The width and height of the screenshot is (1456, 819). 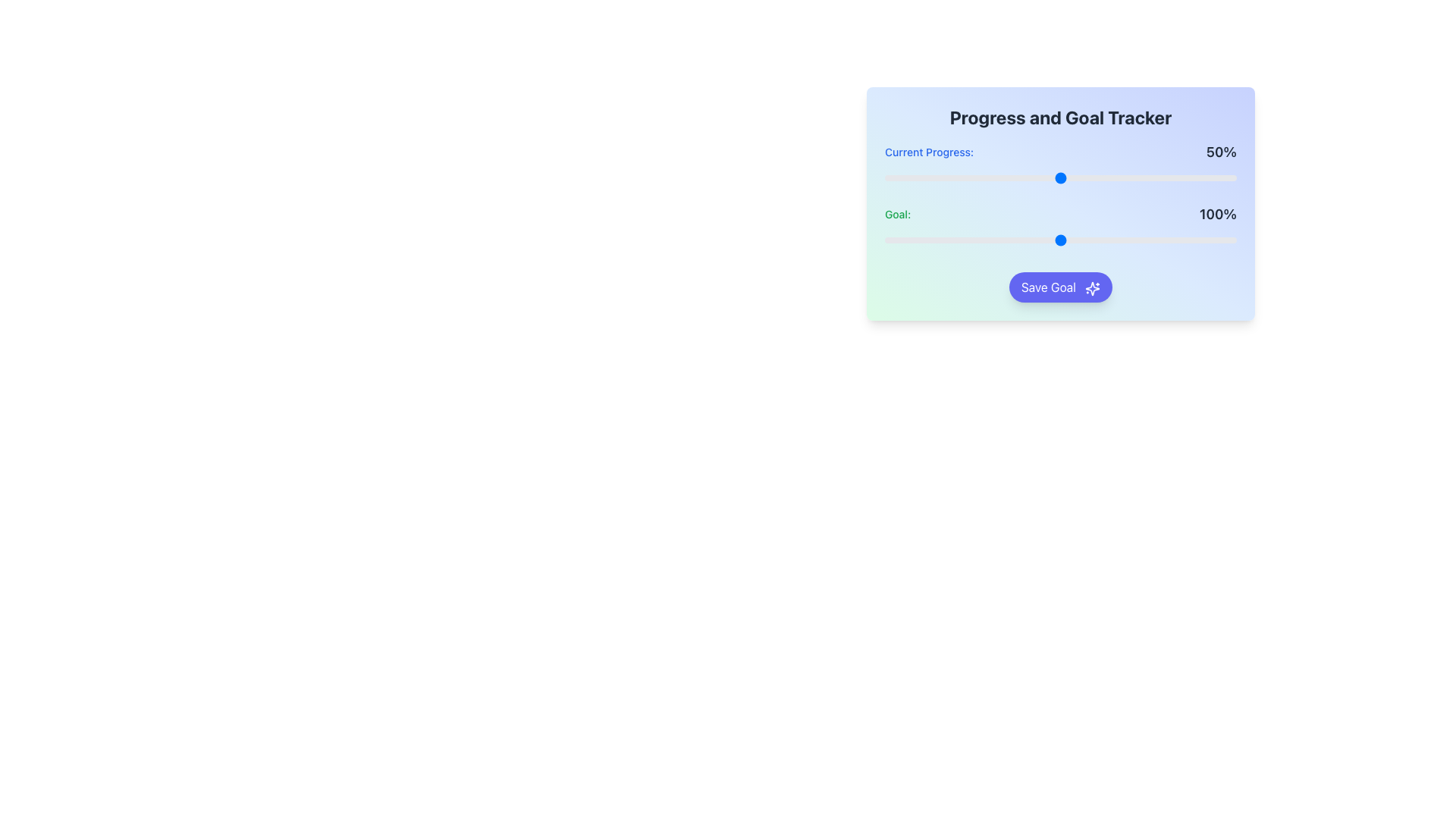 What do you see at coordinates (1216, 239) in the screenshot?
I see `the slider value` at bounding box center [1216, 239].